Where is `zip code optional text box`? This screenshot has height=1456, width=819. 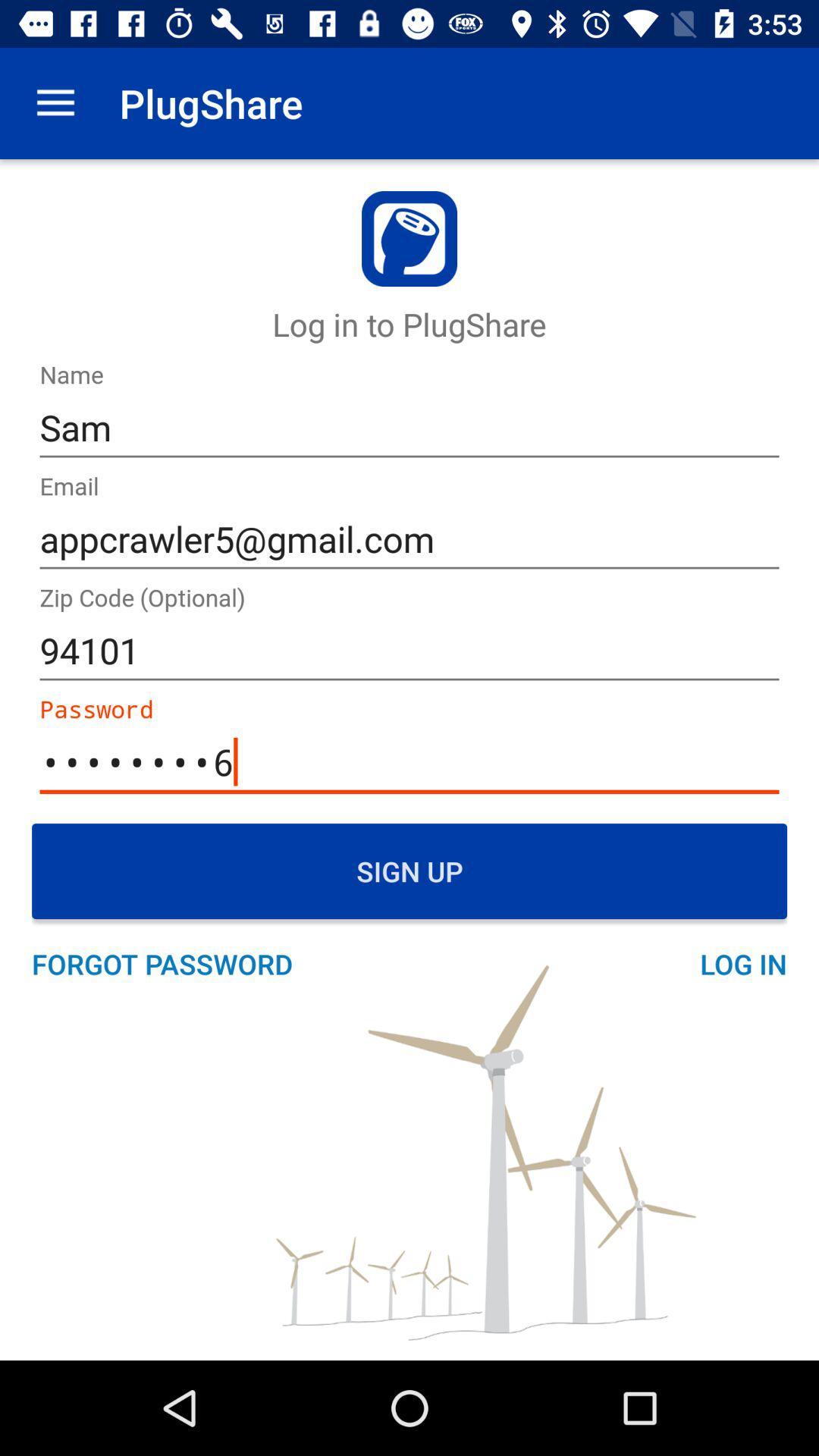 zip code optional text box is located at coordinates (409, 651).